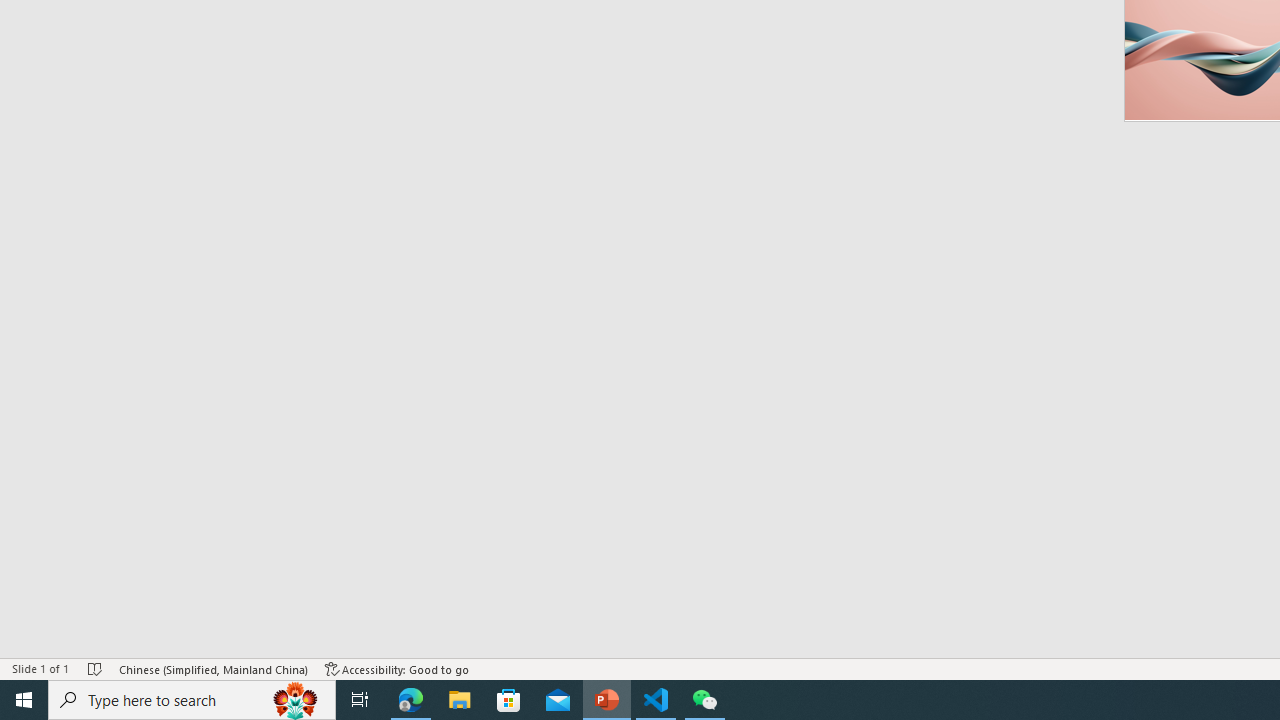 This screenshot has height=720, width=1280. I want to click on 'Accessibility Checker Accessibility: Good to go', so click(397, 669).